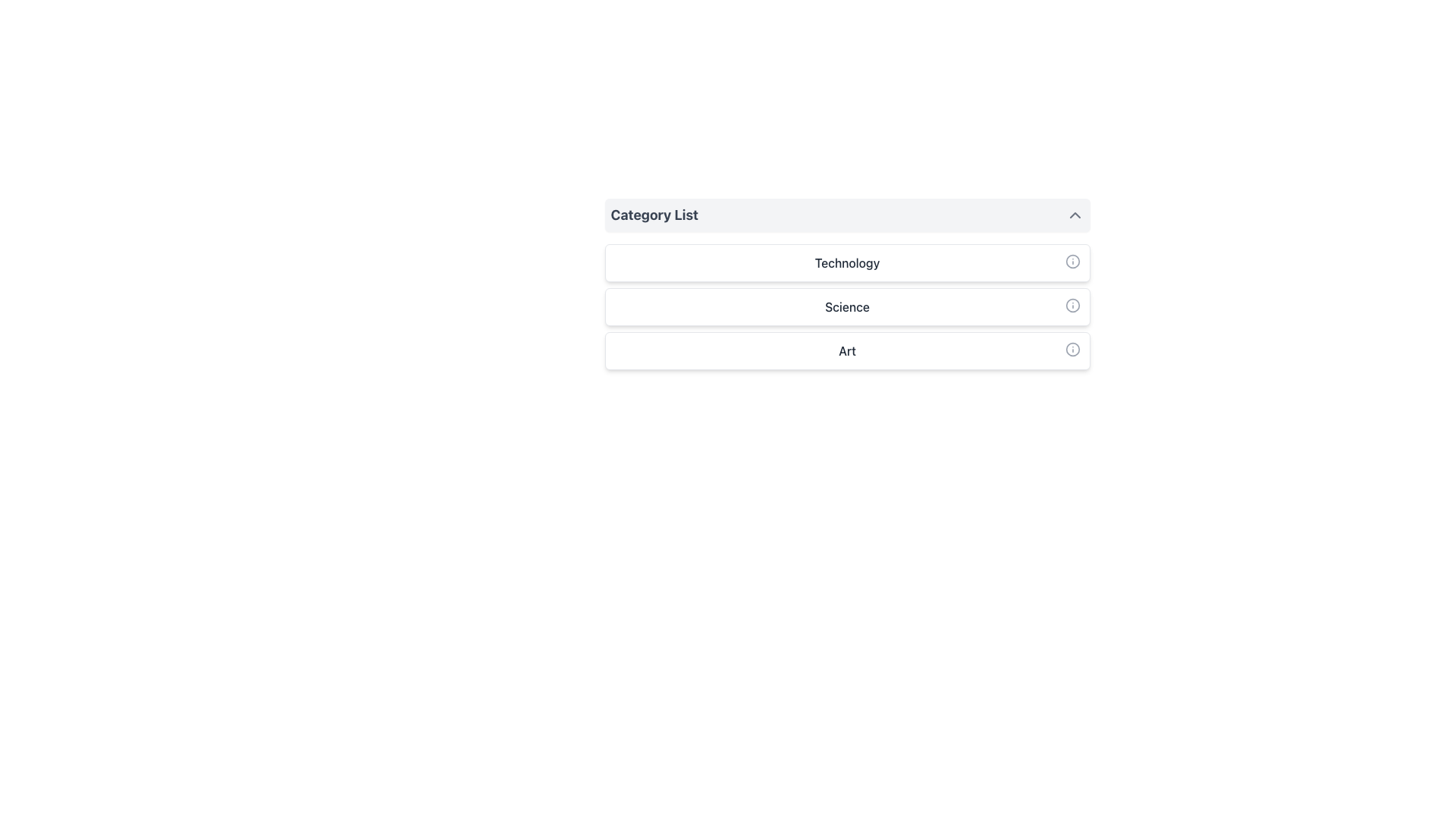  Describe the element at coordinates (1072, 260) in the screenshot. I see `the Informational Icon located at the top-right corner of the 'Technology' section` at that location.